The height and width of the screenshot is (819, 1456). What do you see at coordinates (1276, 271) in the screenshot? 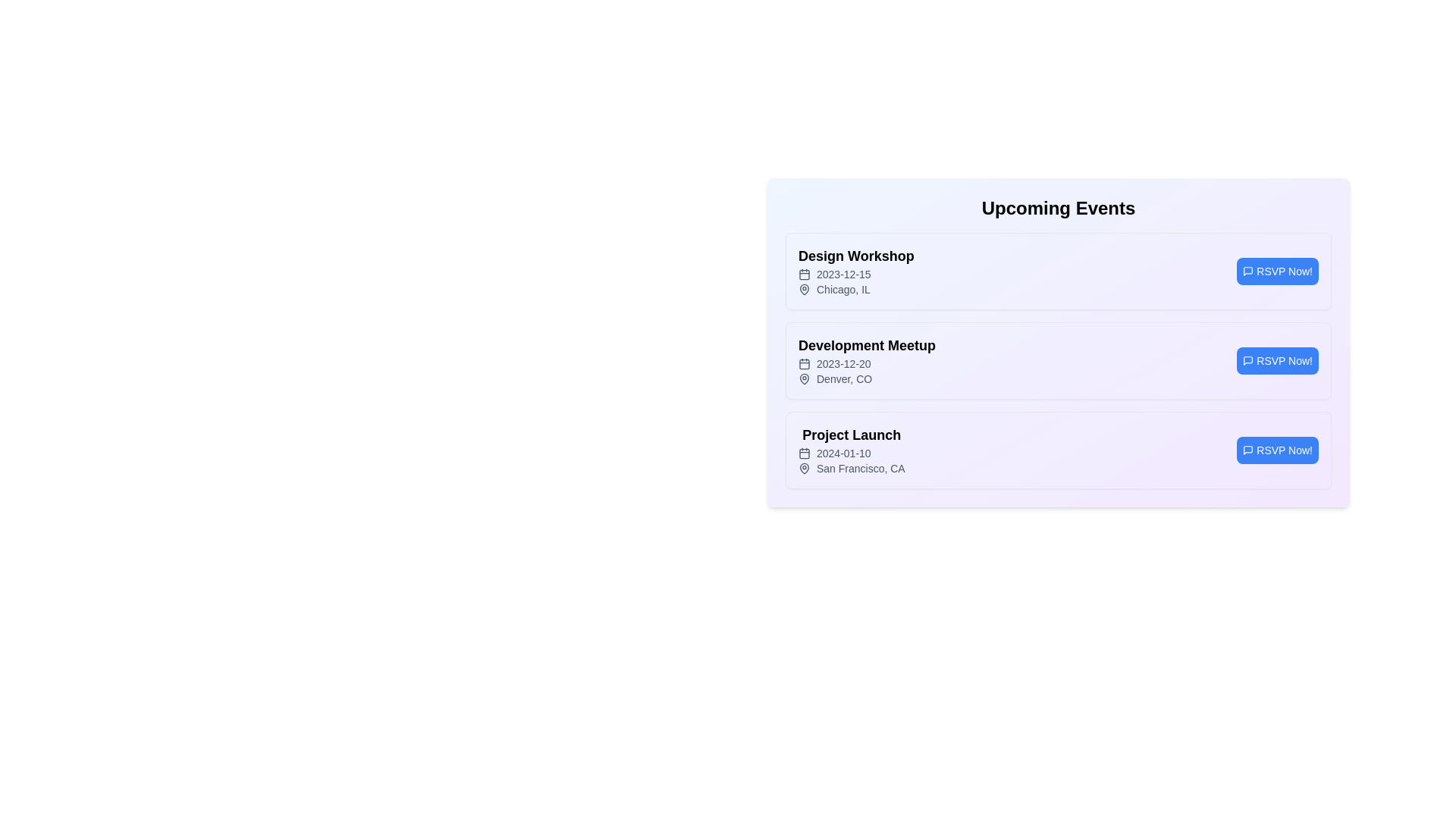
I see `the RSVP button for the event titled 'Design Workshop'` at bounding box center [1276, 271].